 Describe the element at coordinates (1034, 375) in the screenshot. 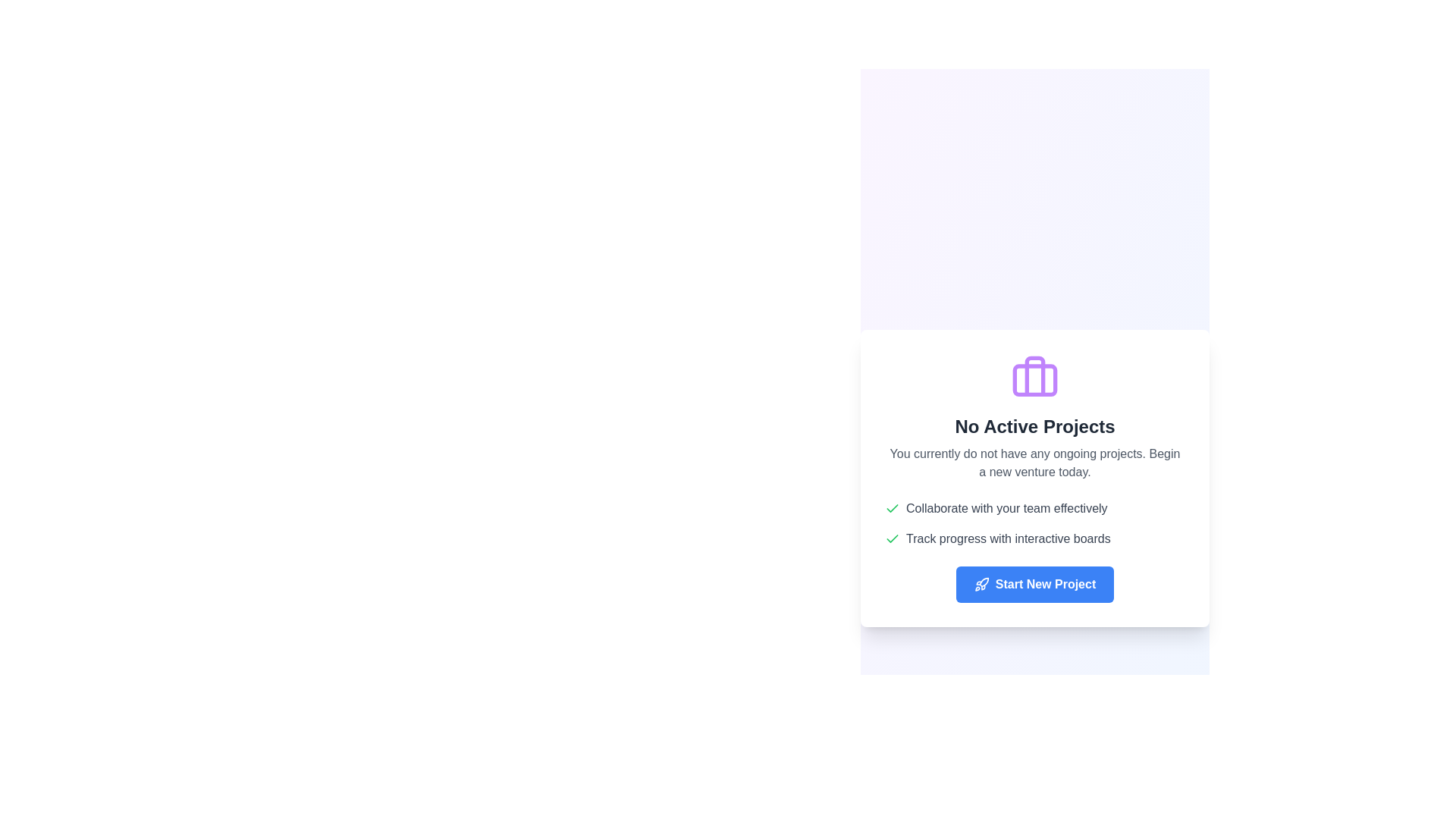

I see `the vertical line segment with rounded edges that is part of the purple briefcase icon, located above the 'No Active Projects' header` at that location.